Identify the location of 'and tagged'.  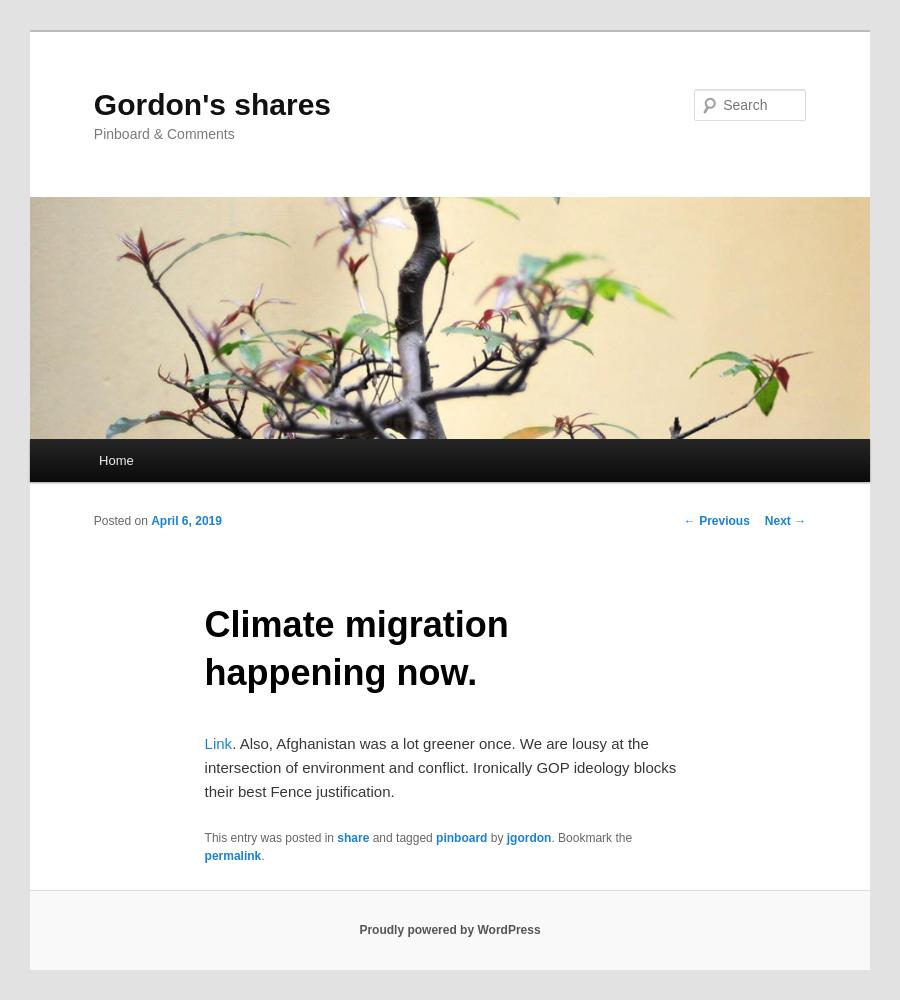
(402, 837).